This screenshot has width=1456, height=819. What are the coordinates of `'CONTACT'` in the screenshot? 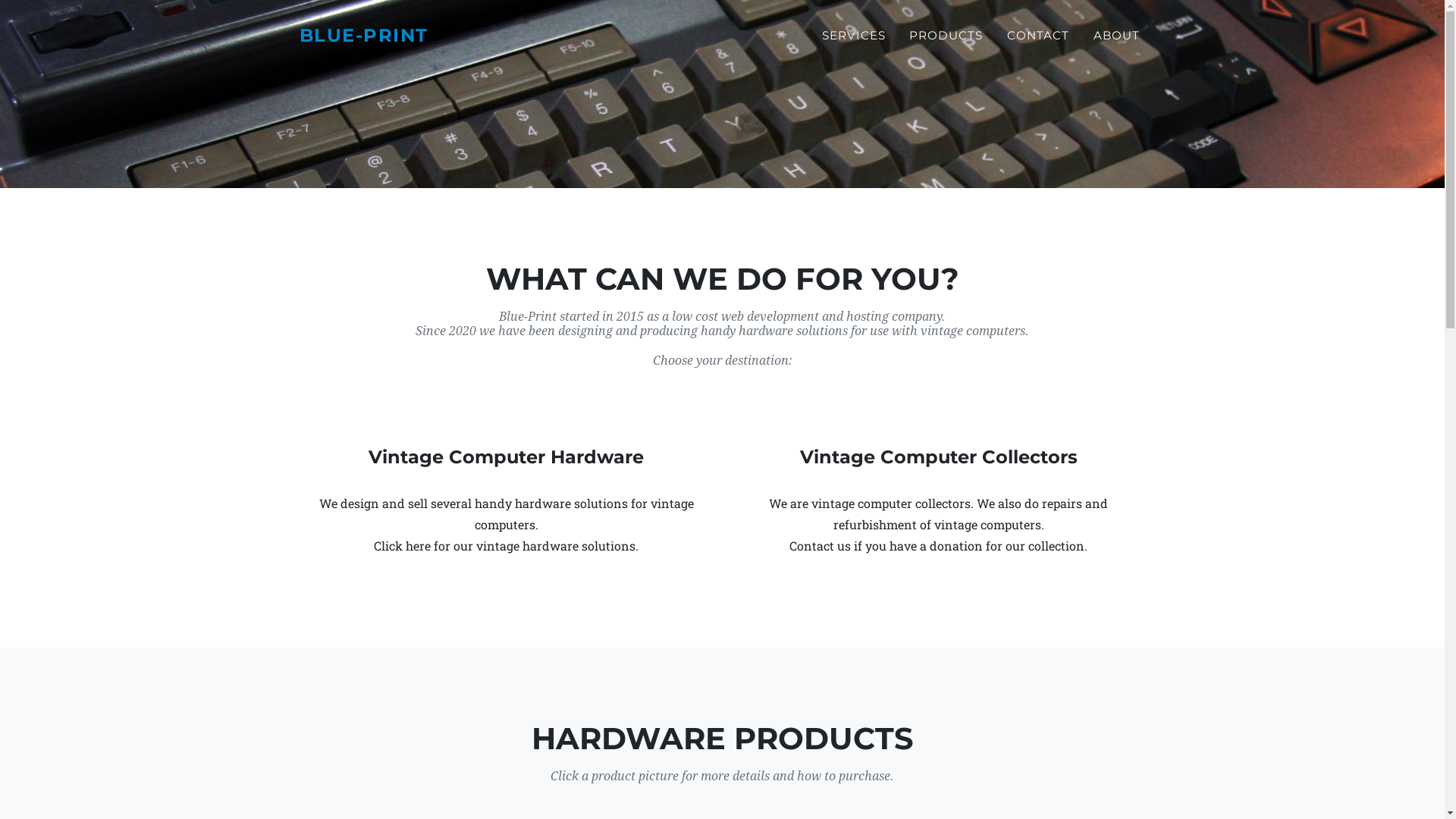 It's located at (1037, 35).